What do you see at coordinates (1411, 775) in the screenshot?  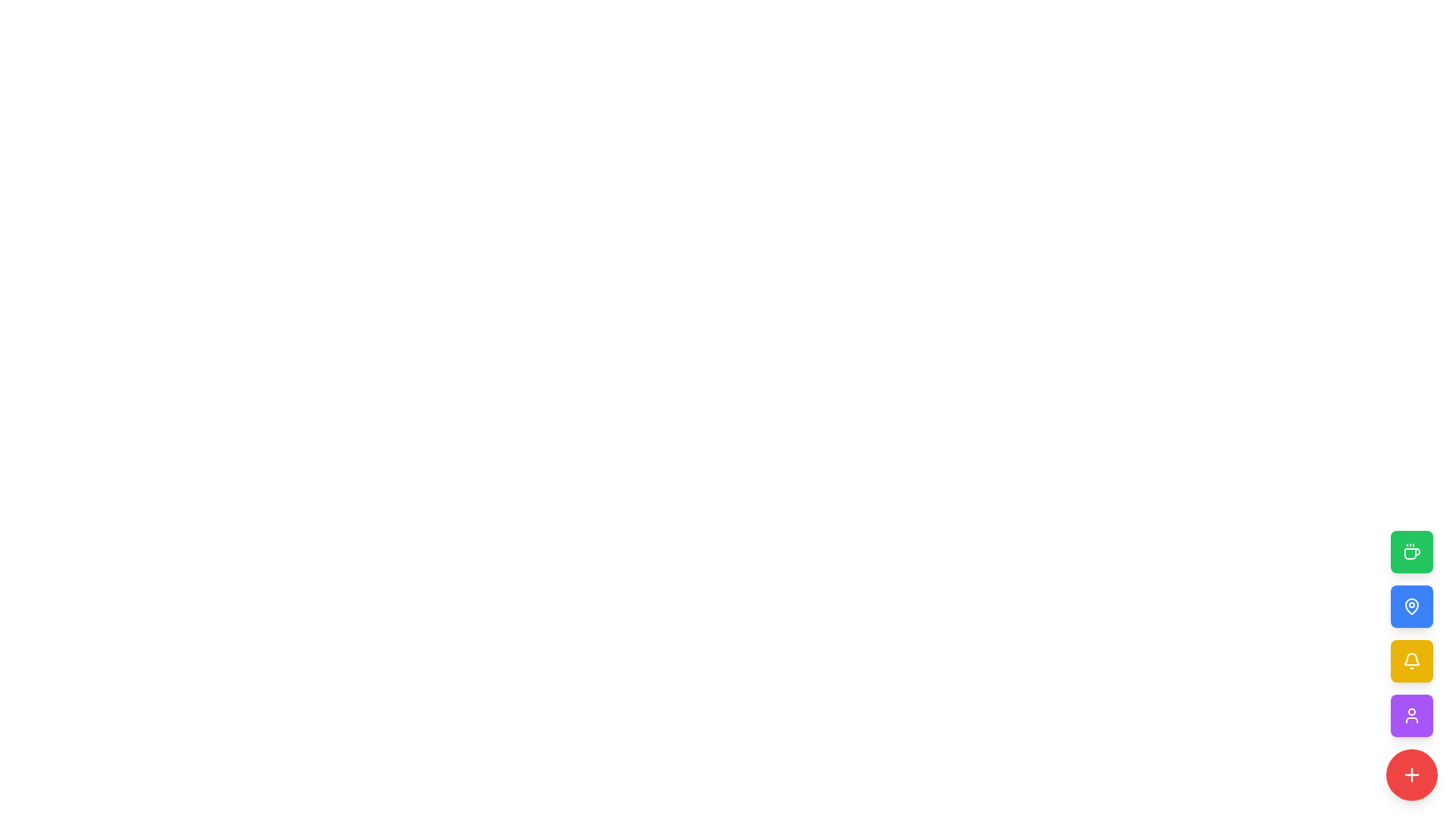 I see `the prominent circular button with a red background and a '+' symbol` at bounding box center [1411, 775].